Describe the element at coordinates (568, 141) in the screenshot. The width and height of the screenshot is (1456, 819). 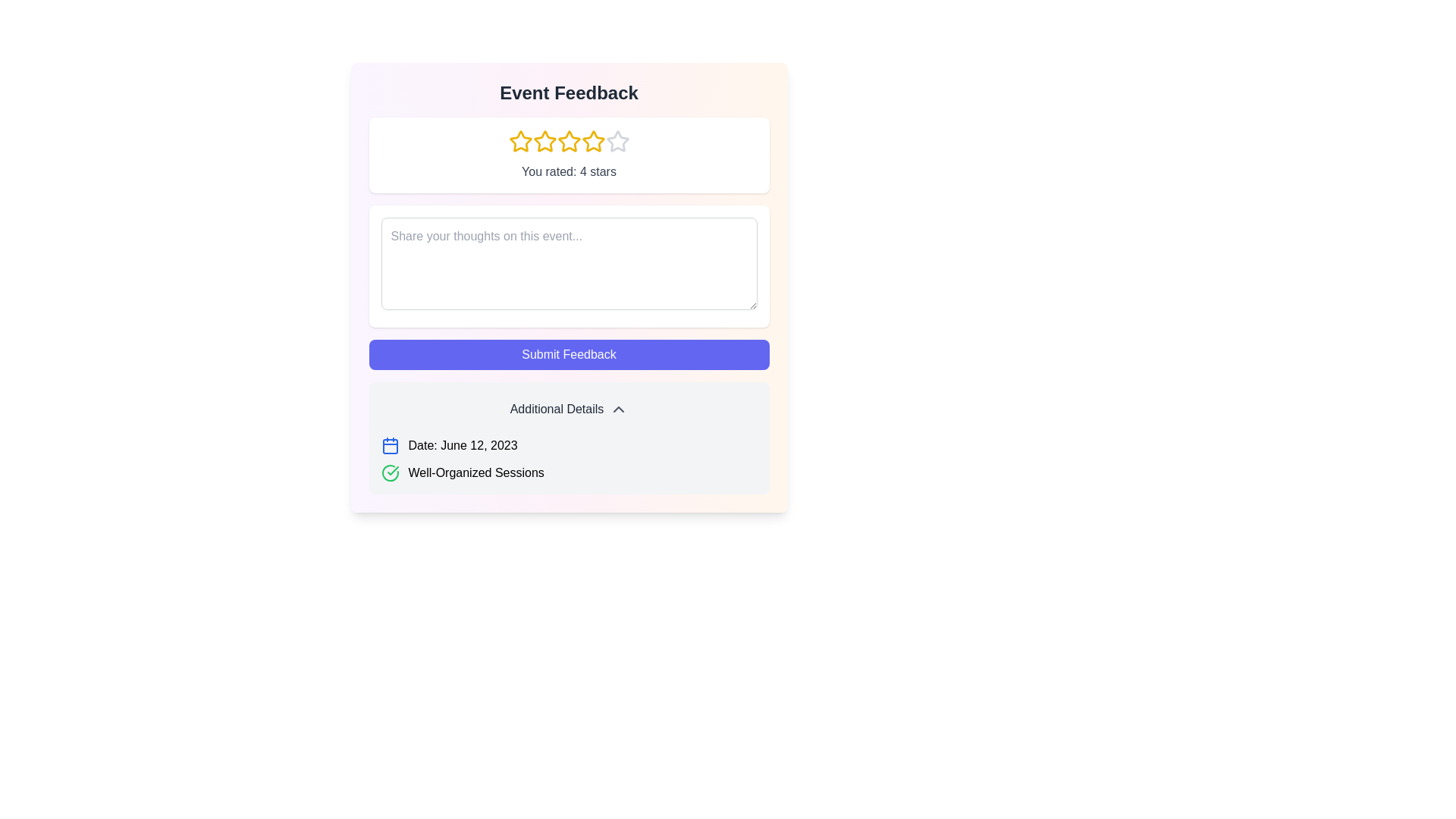
I see `the fourth star-shaped rating icon, which is yellow-filled and outlined, located below the title 'Event Feedback'` at that location.